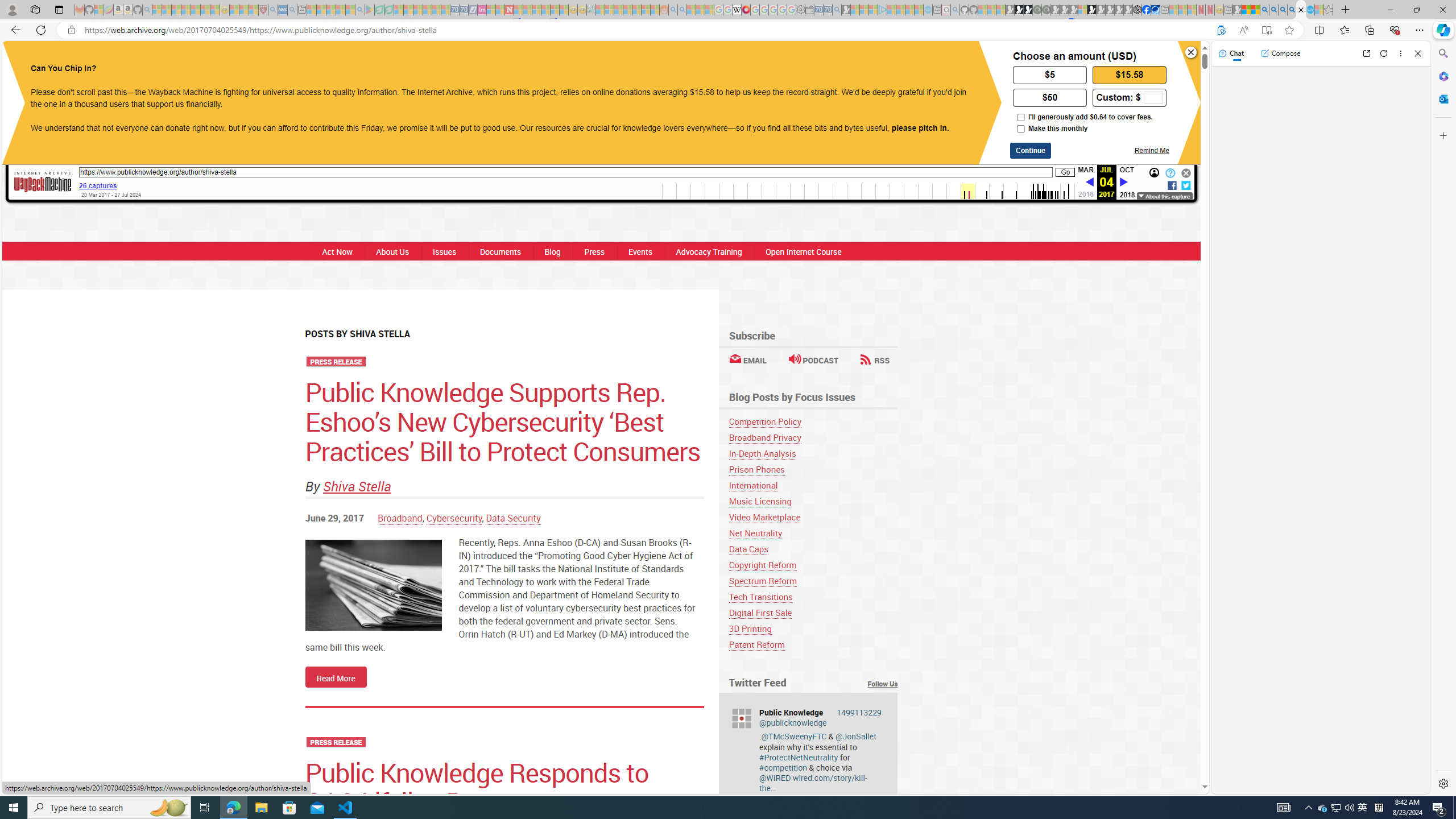 The image size is (1456, 819). What do you see at coordinates (1129, 96) in the screenshot?
I see `'Custom: $'` at bounding box center [1129, 96].